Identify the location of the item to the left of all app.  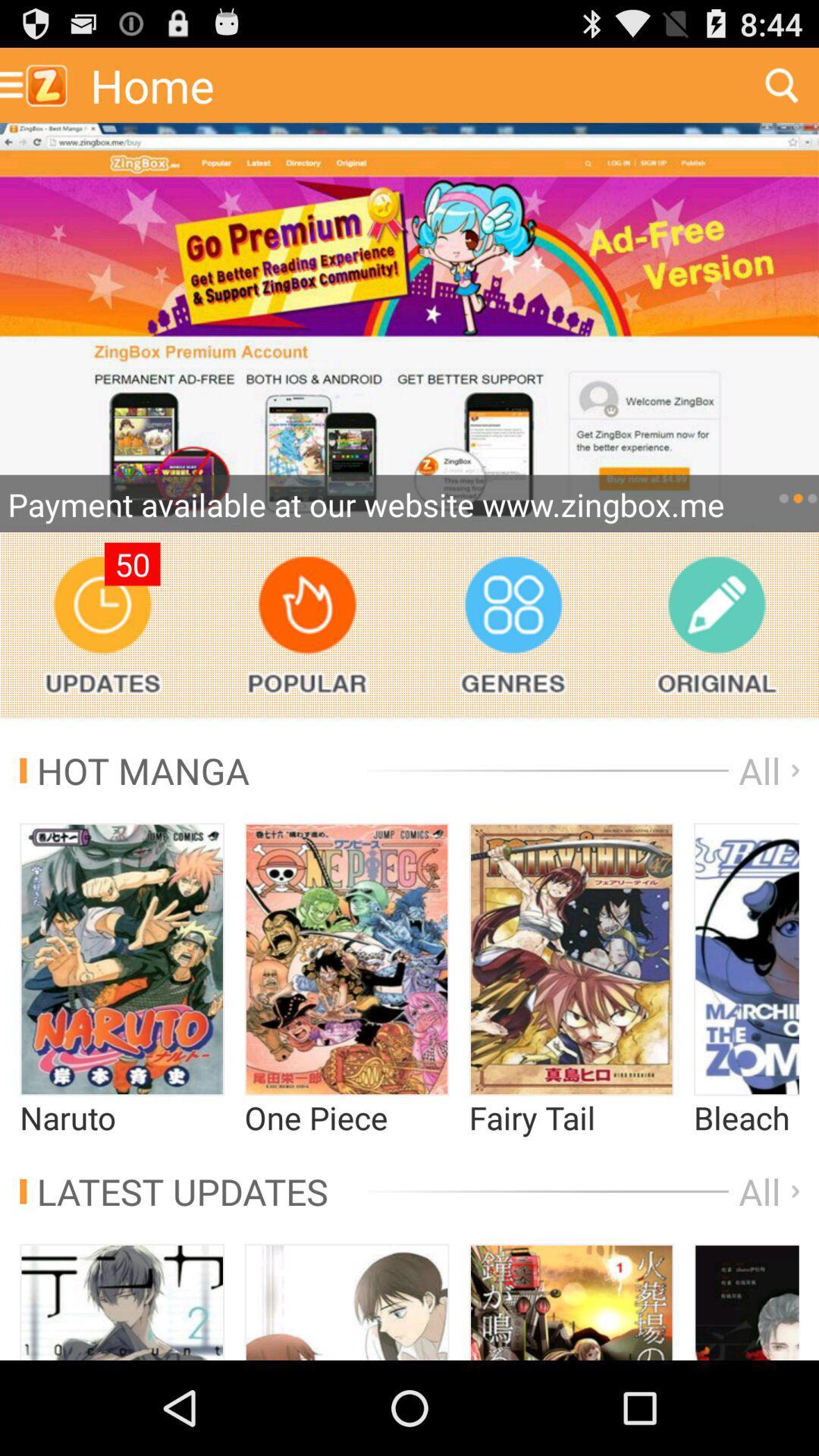
(173, 1191).